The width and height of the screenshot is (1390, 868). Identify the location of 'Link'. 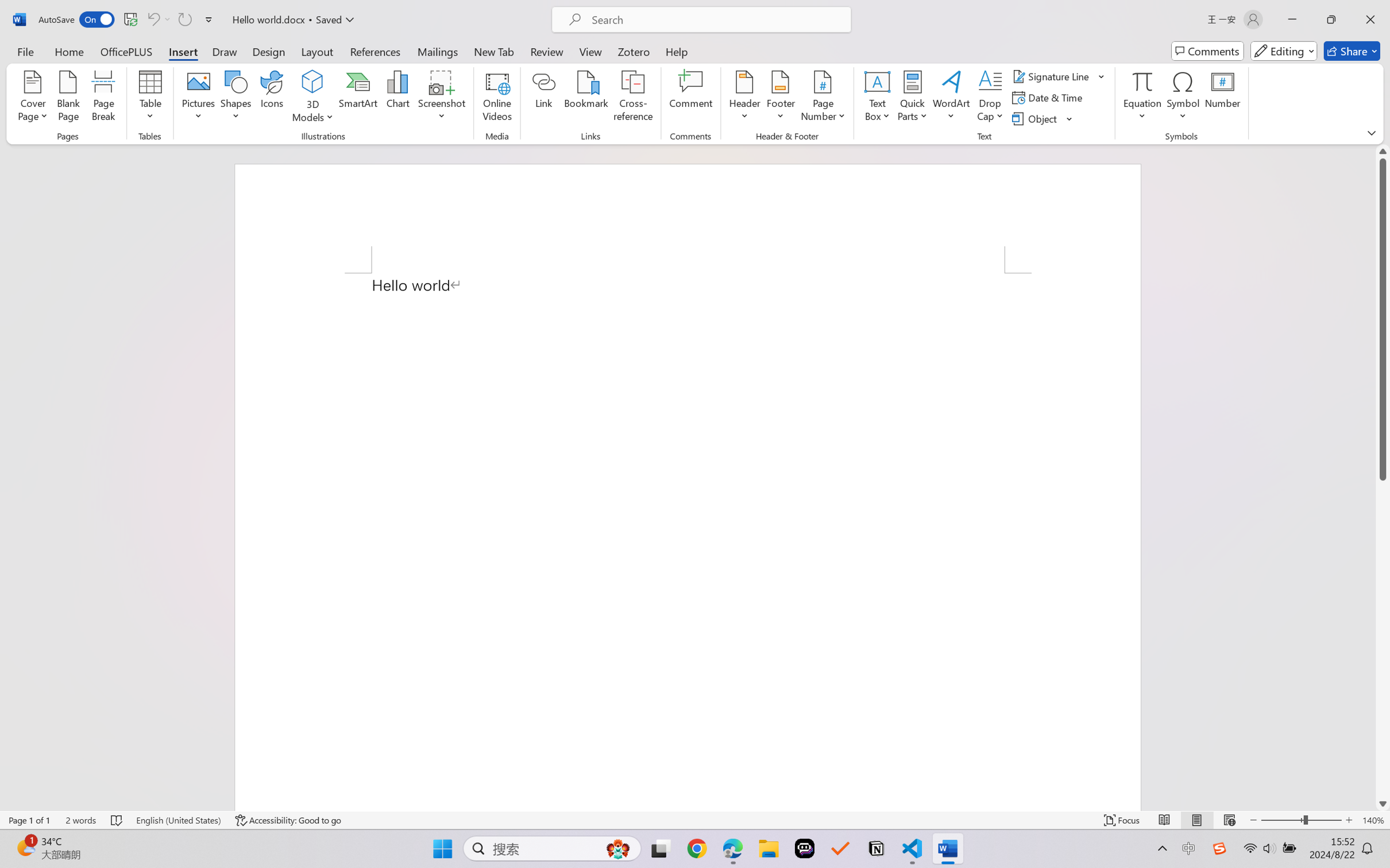
(543, 98).